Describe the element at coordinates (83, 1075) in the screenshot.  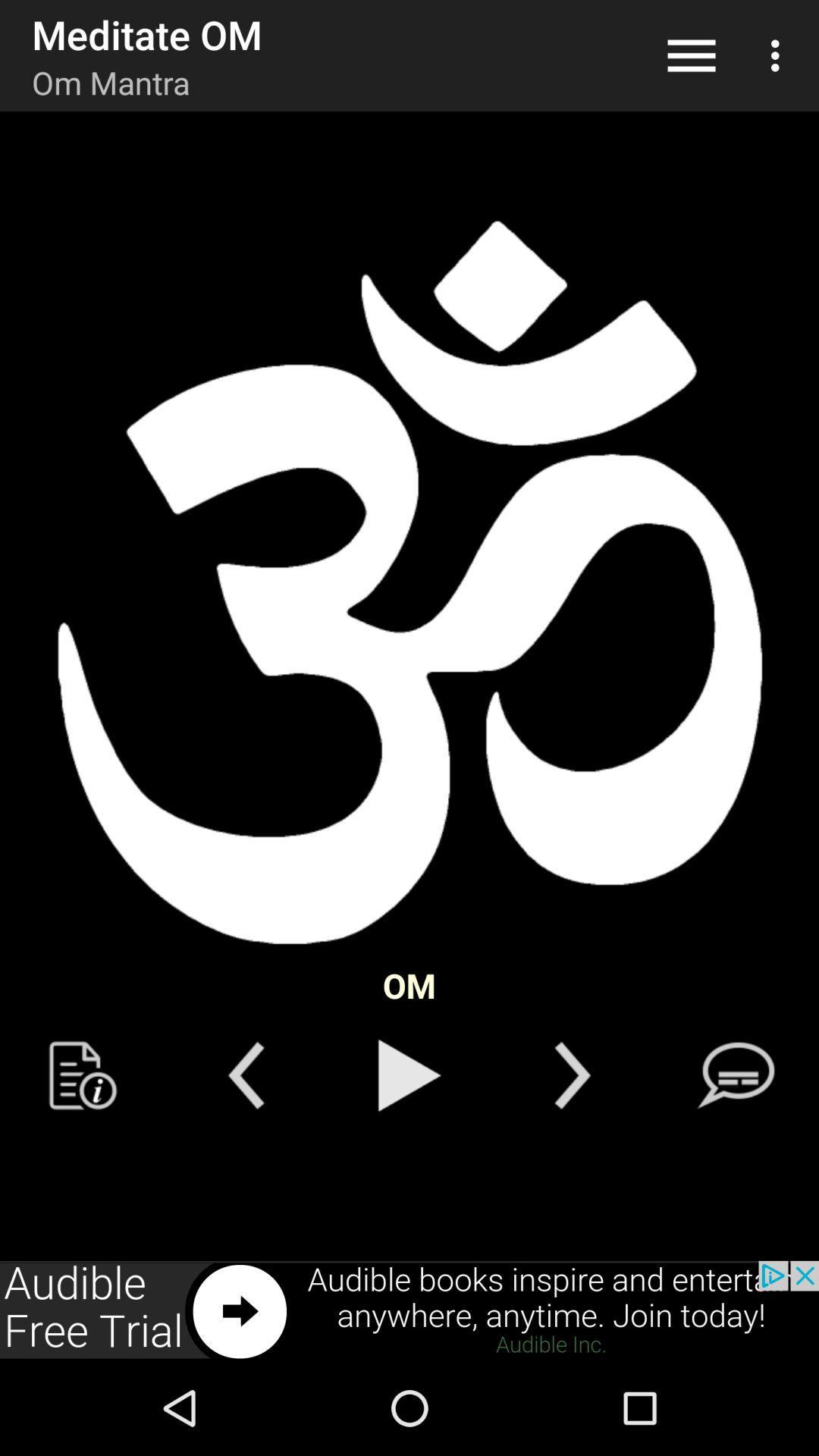
I see `text in previouse` at that location.